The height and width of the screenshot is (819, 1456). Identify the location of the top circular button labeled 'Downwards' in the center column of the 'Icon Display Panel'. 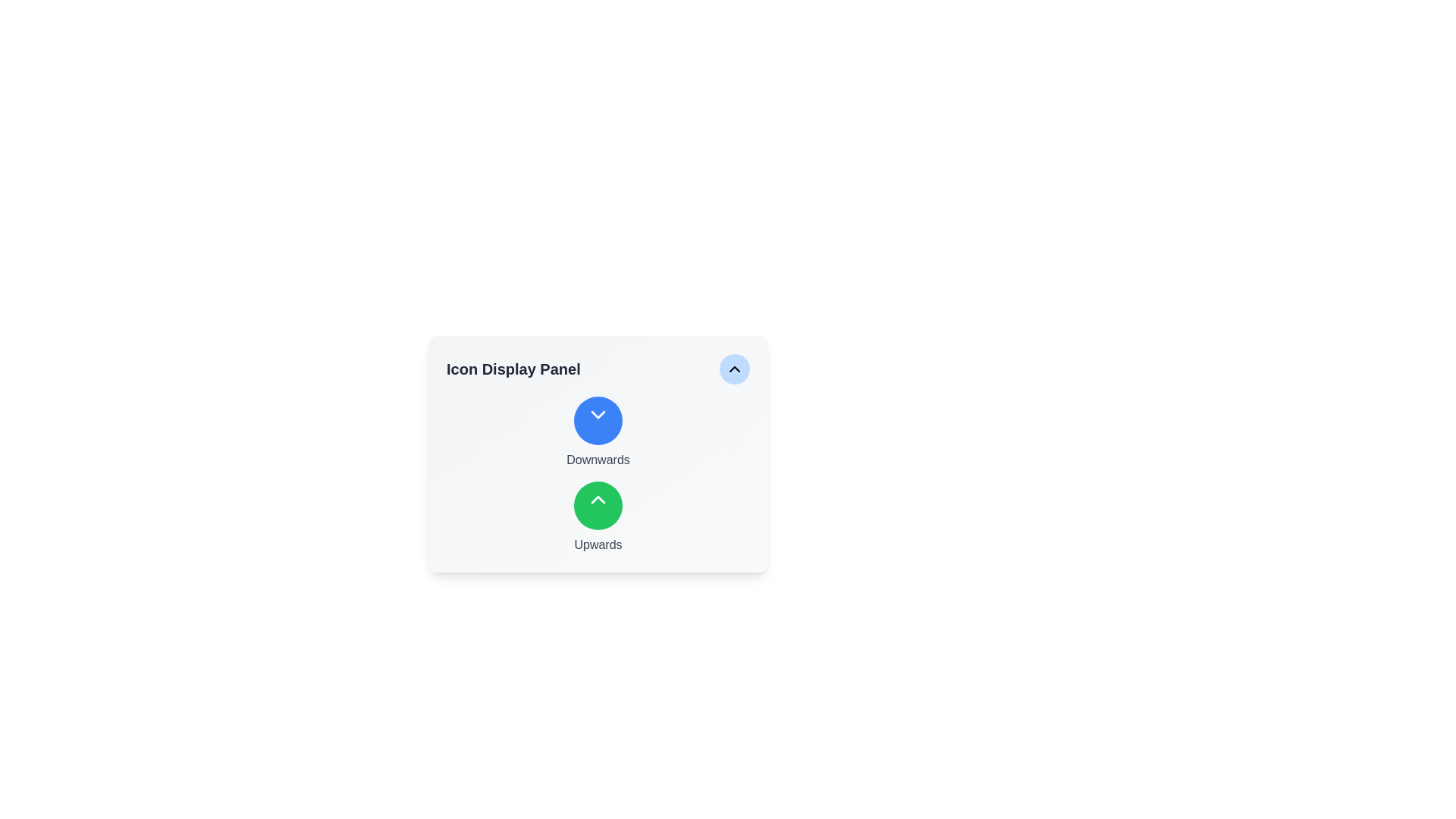
(597, 421).